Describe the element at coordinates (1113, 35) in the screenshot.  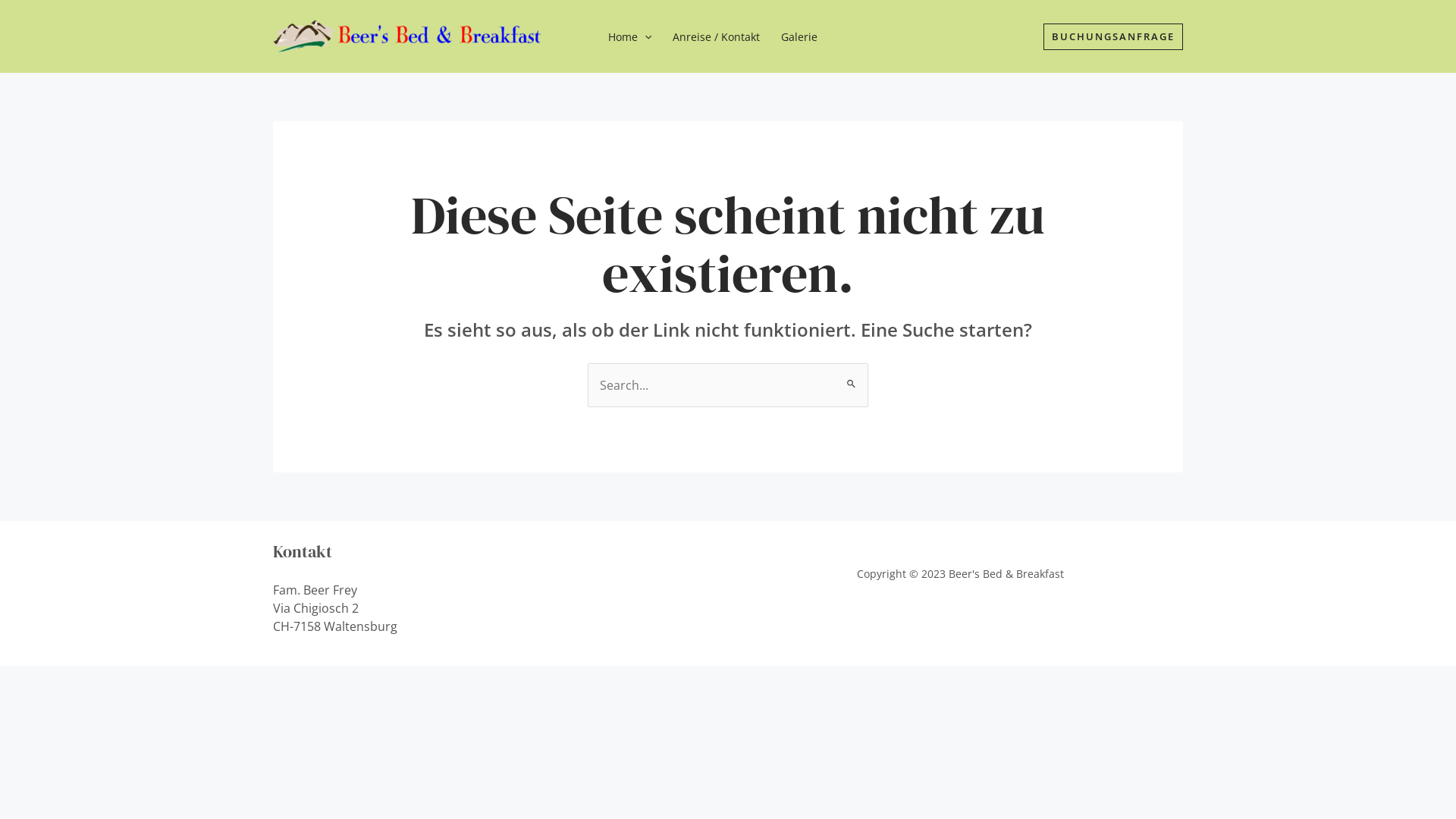
I see `'BUCHUNGSANFRAGE'` at that location.